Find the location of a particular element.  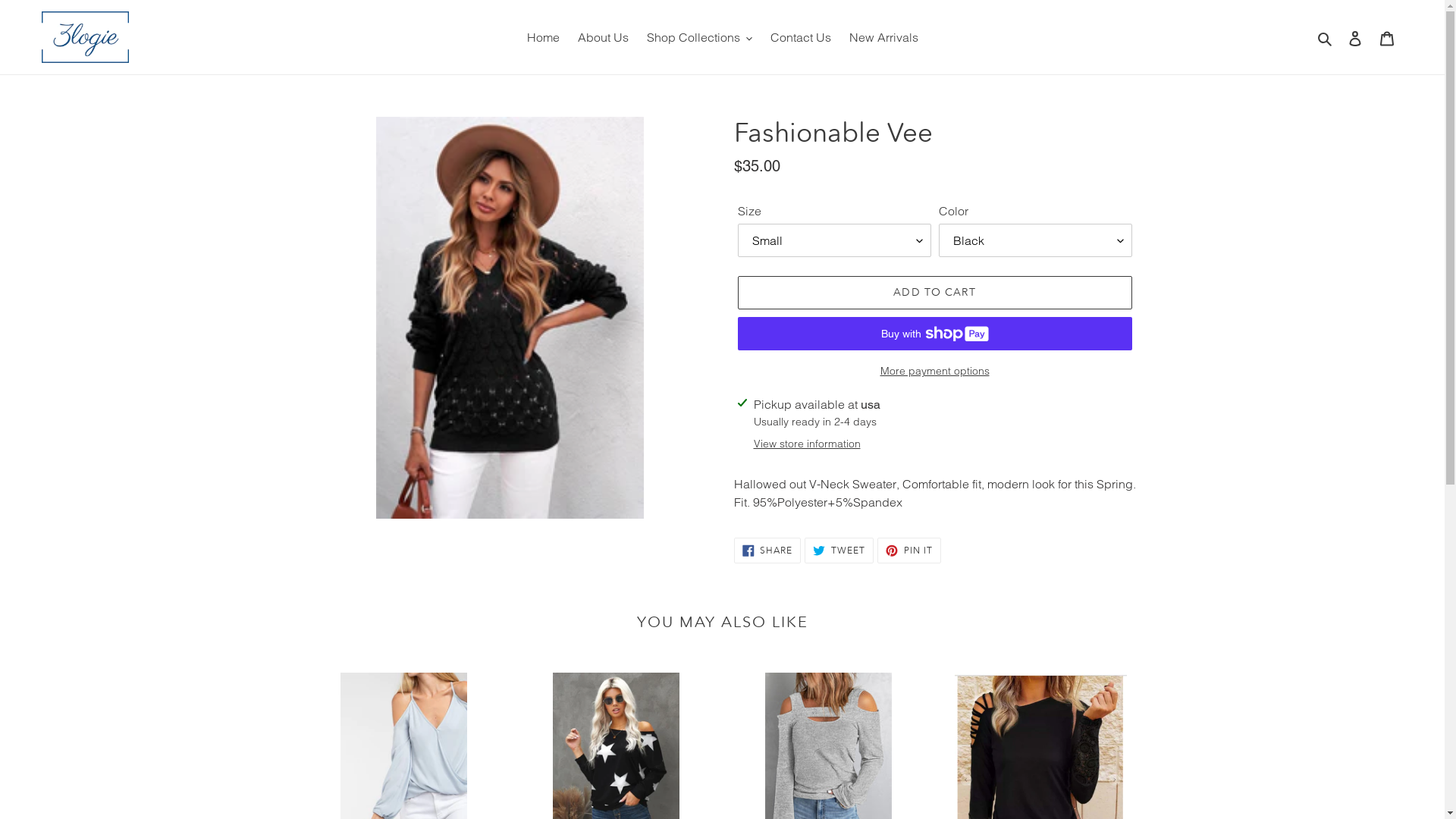

'Shop Collections' is located at coordinates (638, 36).